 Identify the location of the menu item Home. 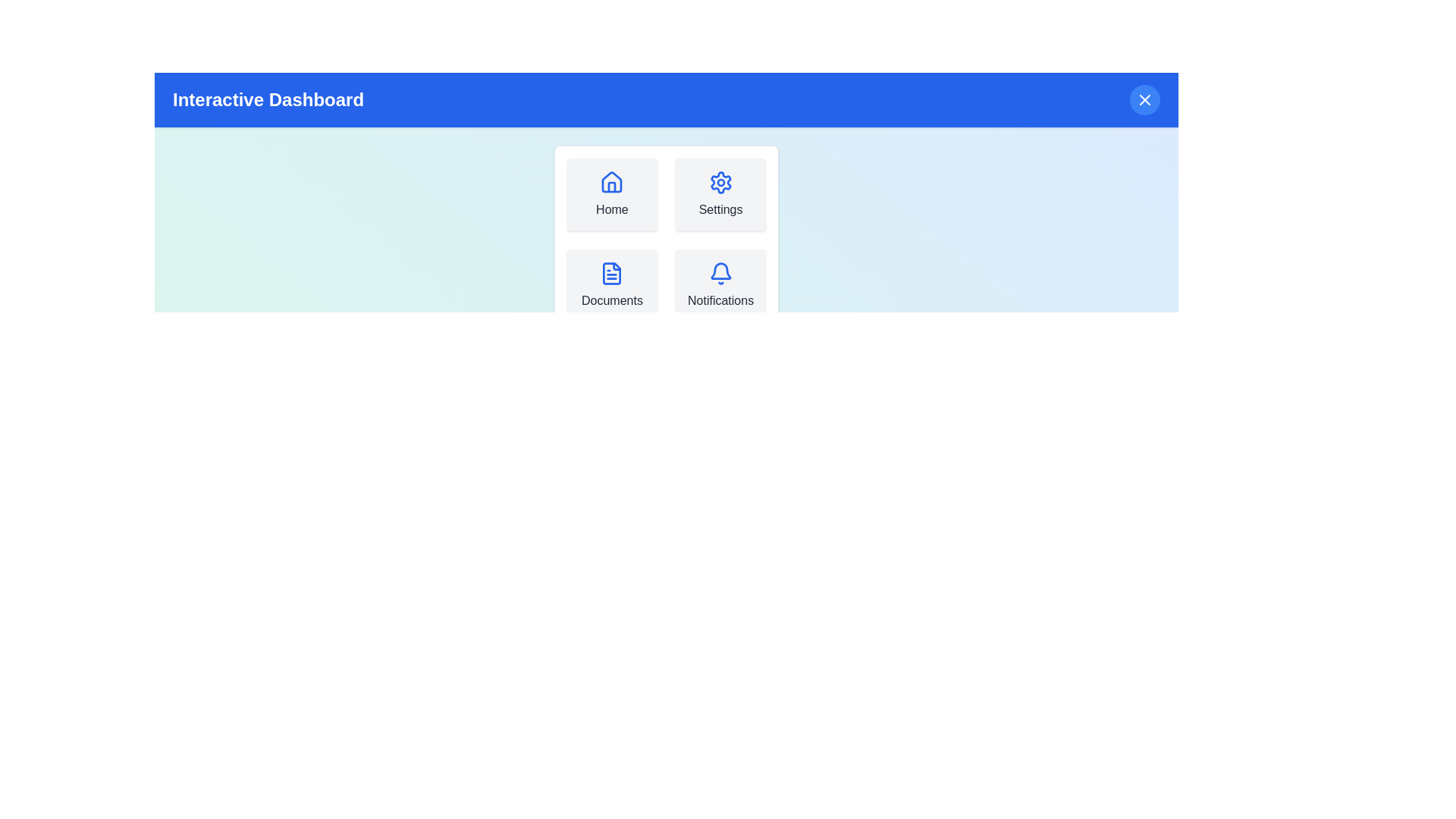
(611, 194).